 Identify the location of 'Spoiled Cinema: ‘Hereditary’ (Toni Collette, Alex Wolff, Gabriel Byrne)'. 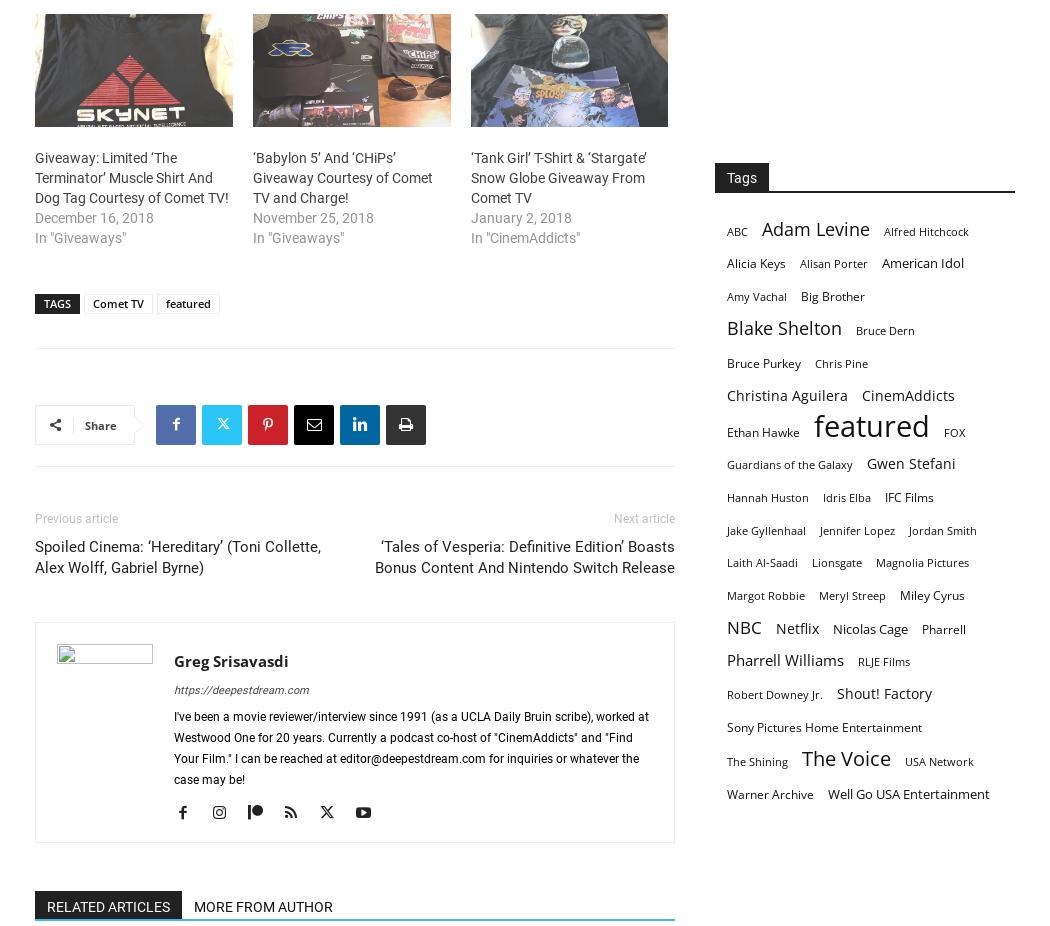
(177, 555).